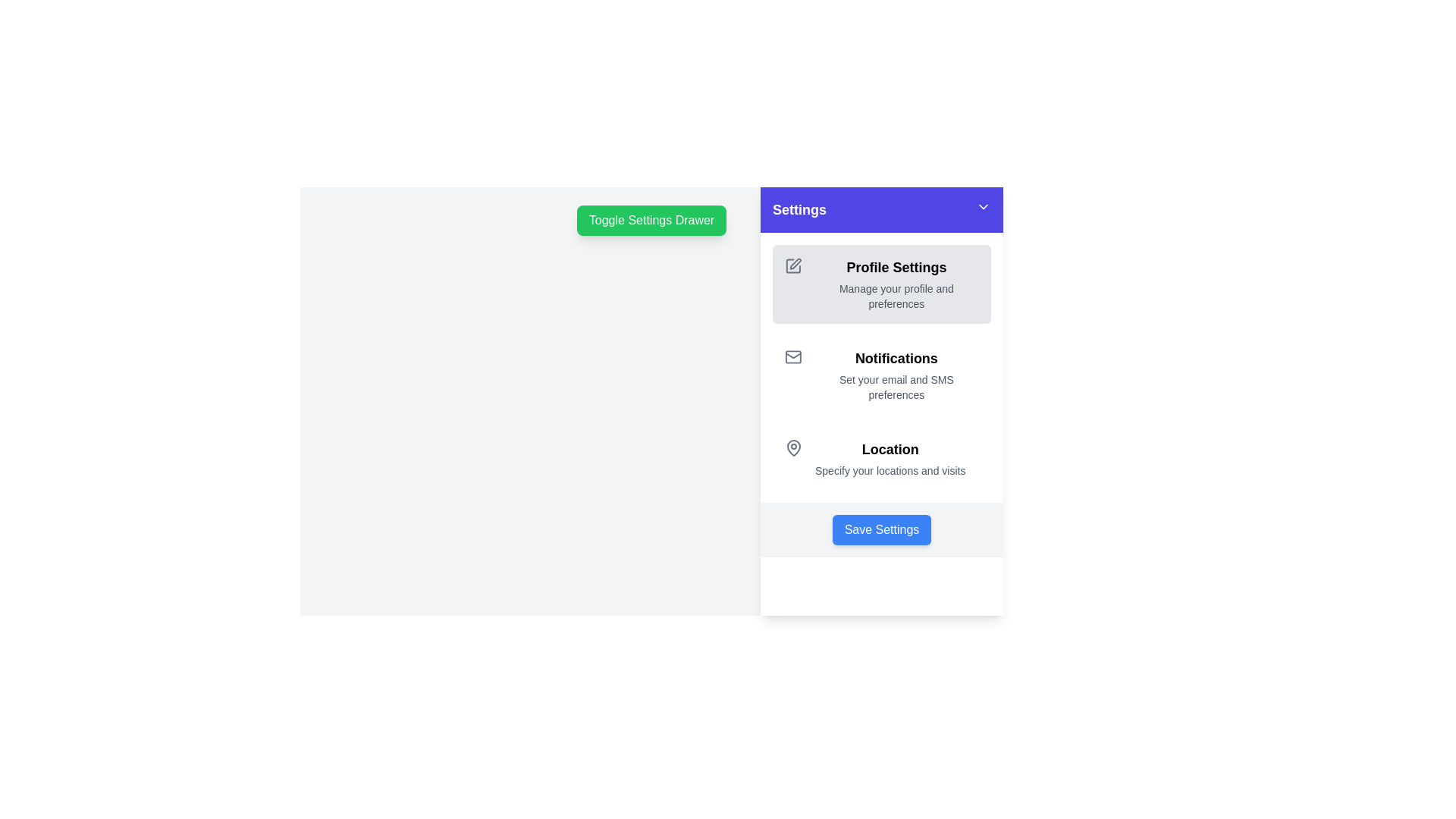 This screenshot has height=819, width=1456. Describe the element at coordinates (881, 368) in the screenshot. I see `the second group of clickable options under the 'Settings' sidebar panel` at that location.